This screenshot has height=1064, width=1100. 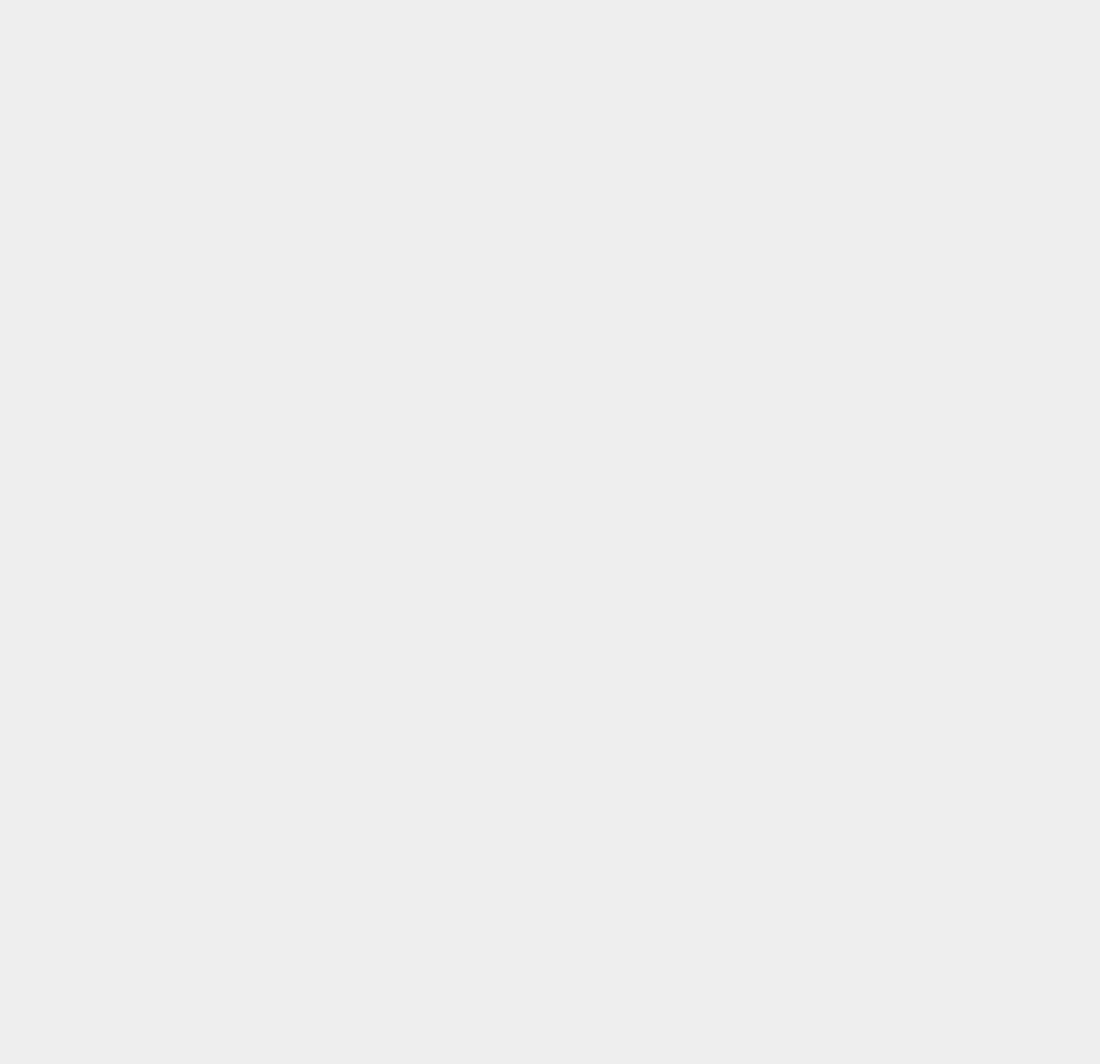 What do you see at coordinates (805, 336) in the screenshot?
I see `'iOS 7.0.5'` at bounding box center [805, 336].